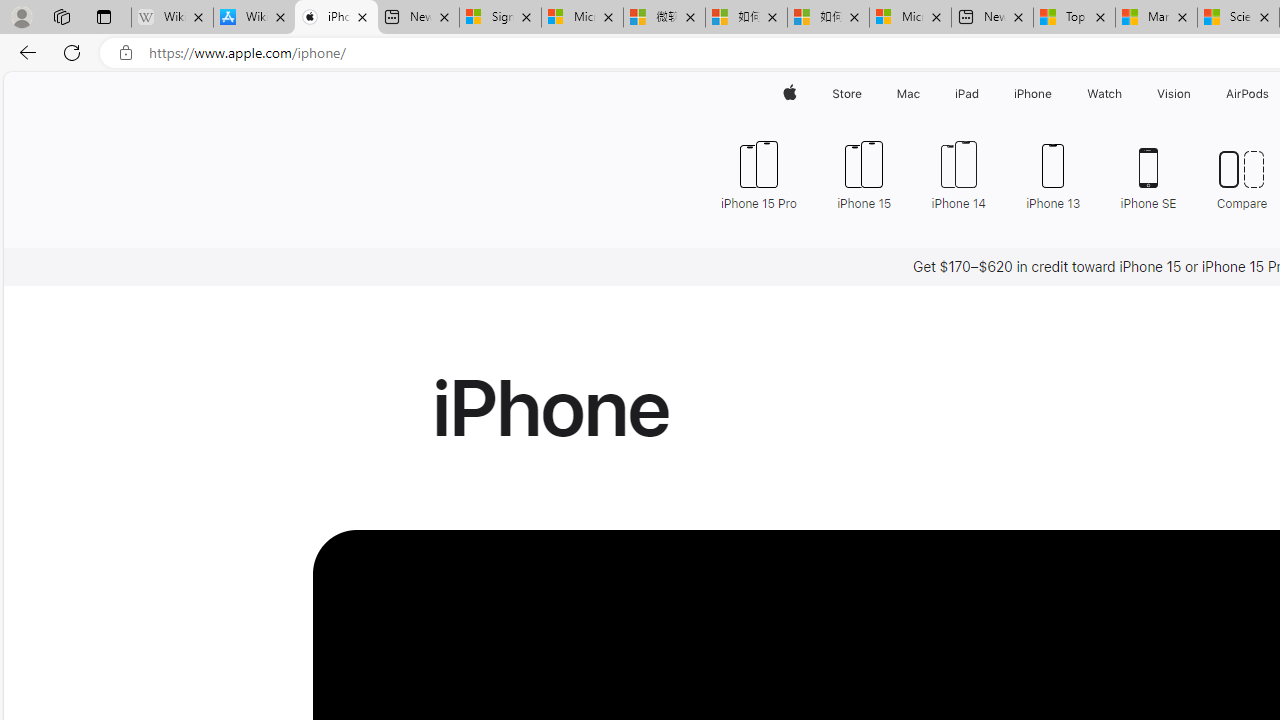 The image size is (1280, 720). I want to click on 'iPhone 15 Pro', so click(757, 172).